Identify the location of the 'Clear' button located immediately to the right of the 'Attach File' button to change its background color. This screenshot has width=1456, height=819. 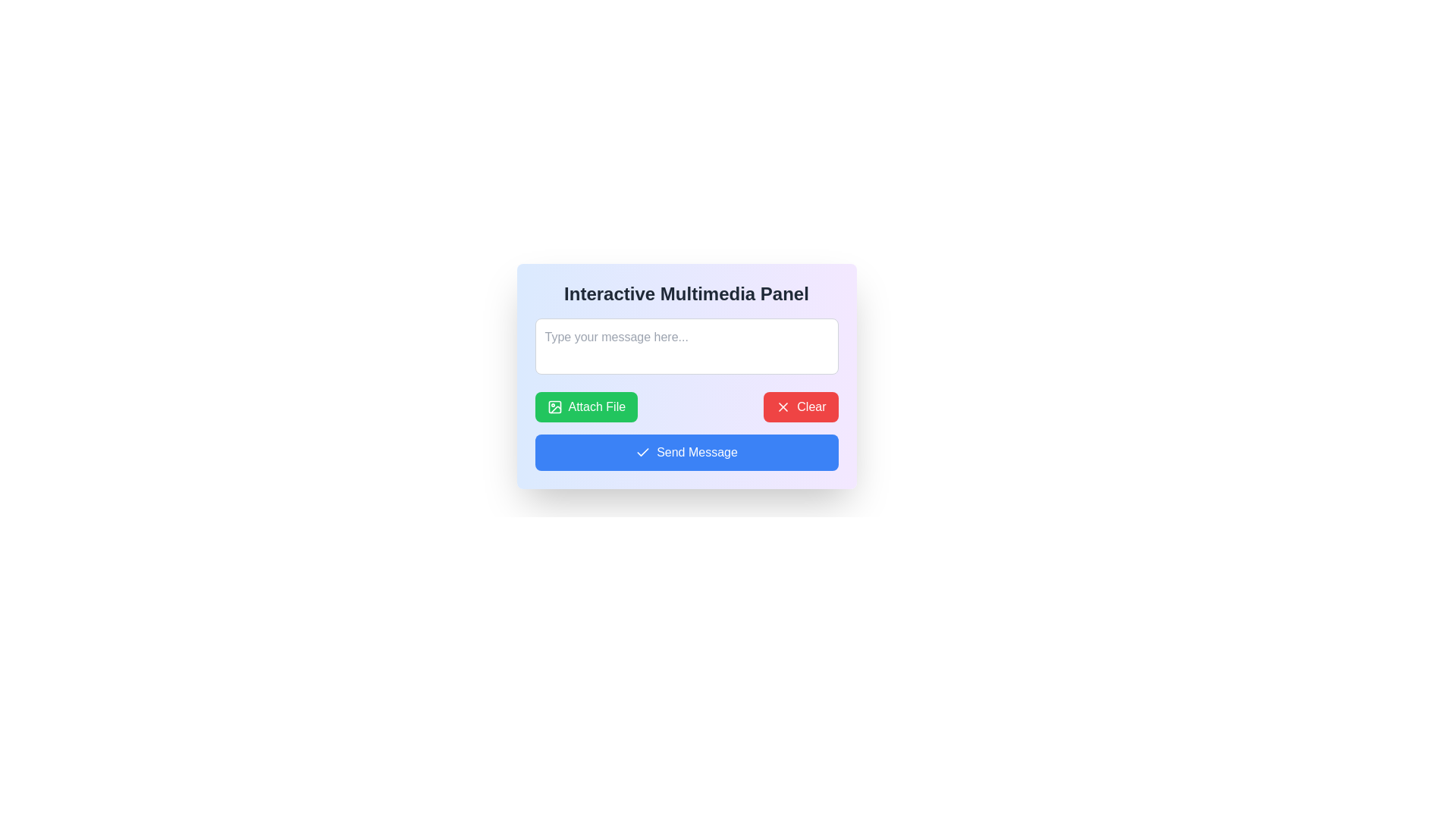
(800, 406).